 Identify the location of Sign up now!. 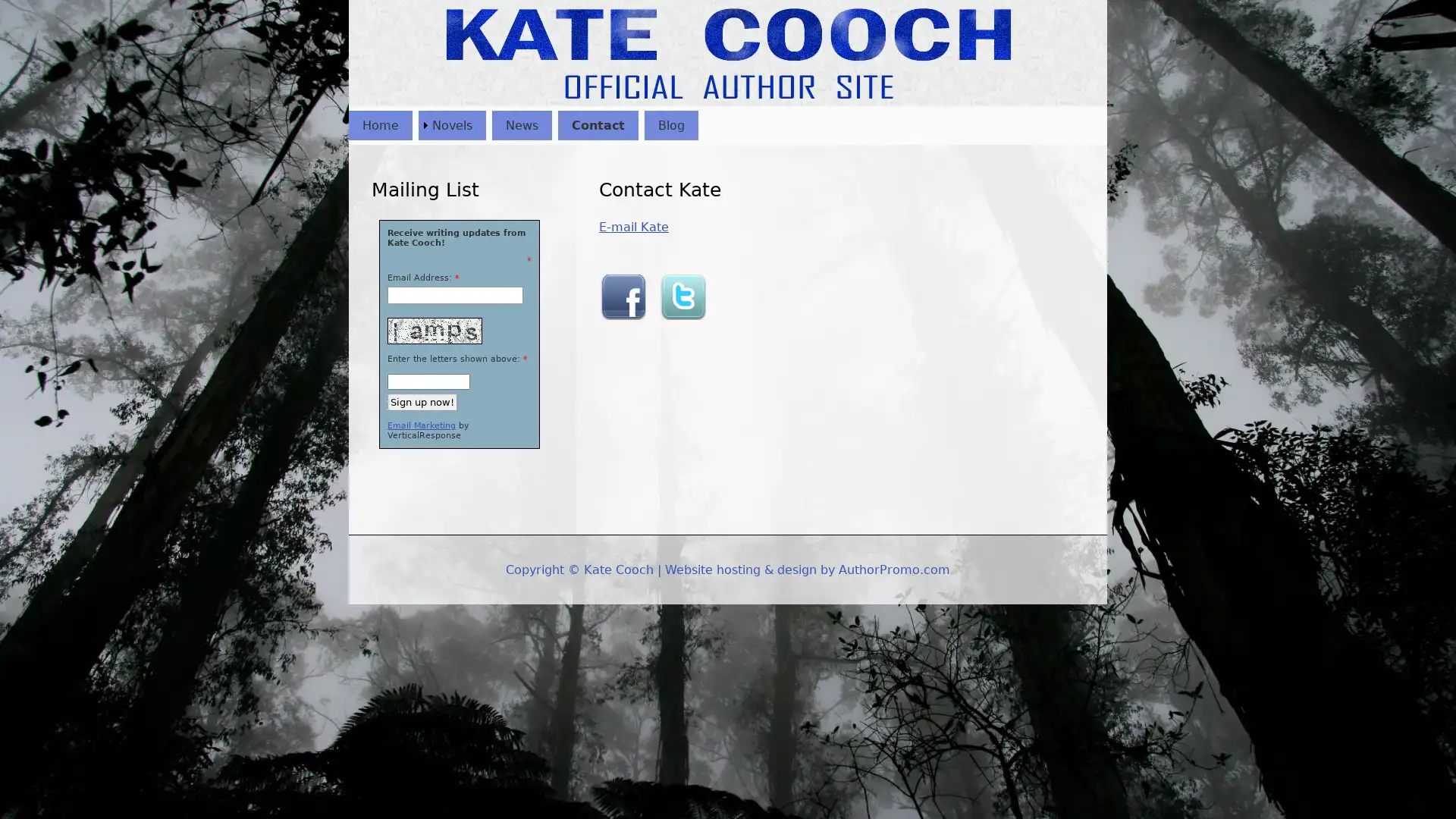
(422, 400).